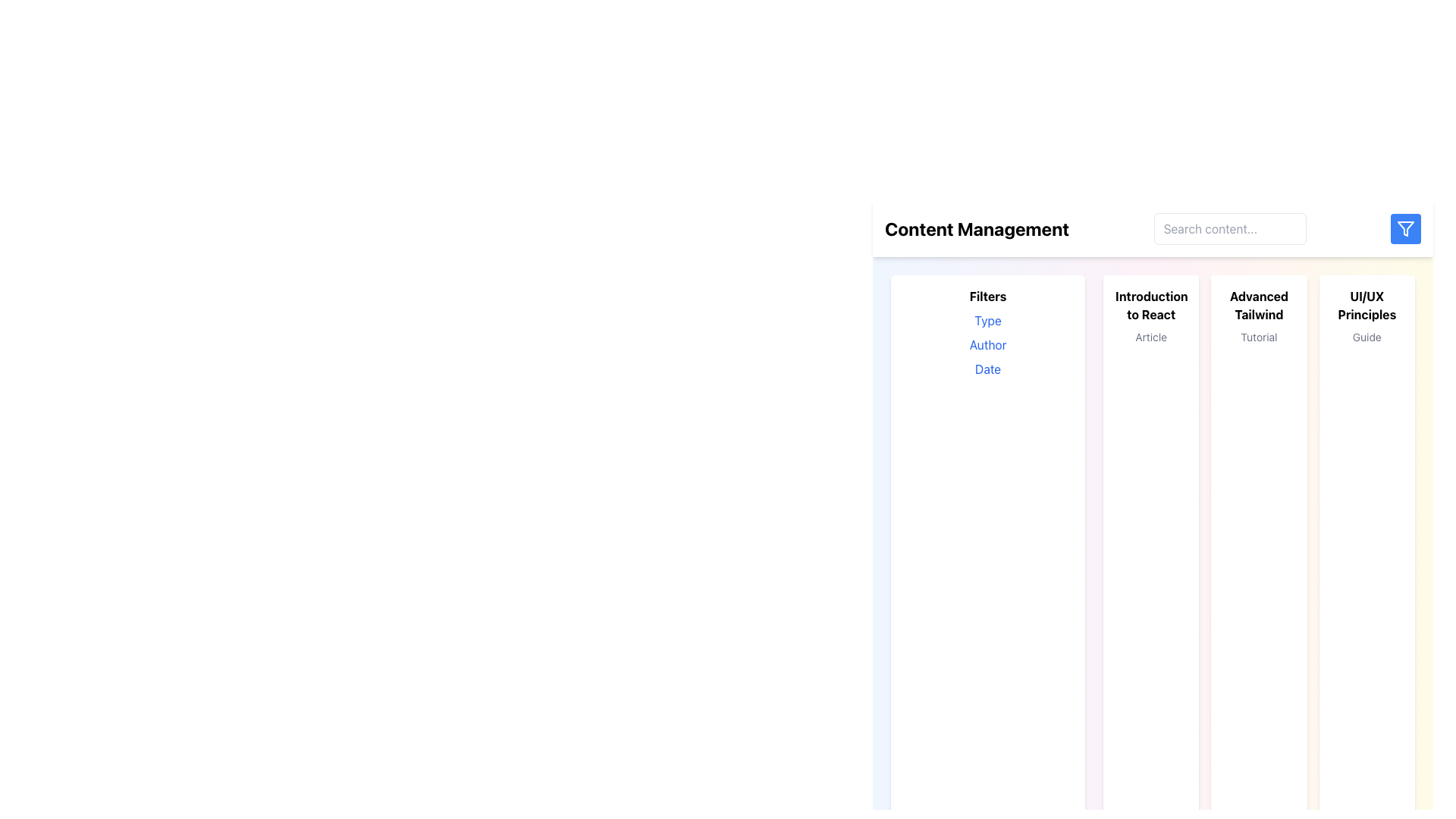 The width and height of the screenshot is (1456, 819). I want to click on text 'Article' from the small gray text label located beneath the bolded title 'Introduction to React', so click(1151, 336).